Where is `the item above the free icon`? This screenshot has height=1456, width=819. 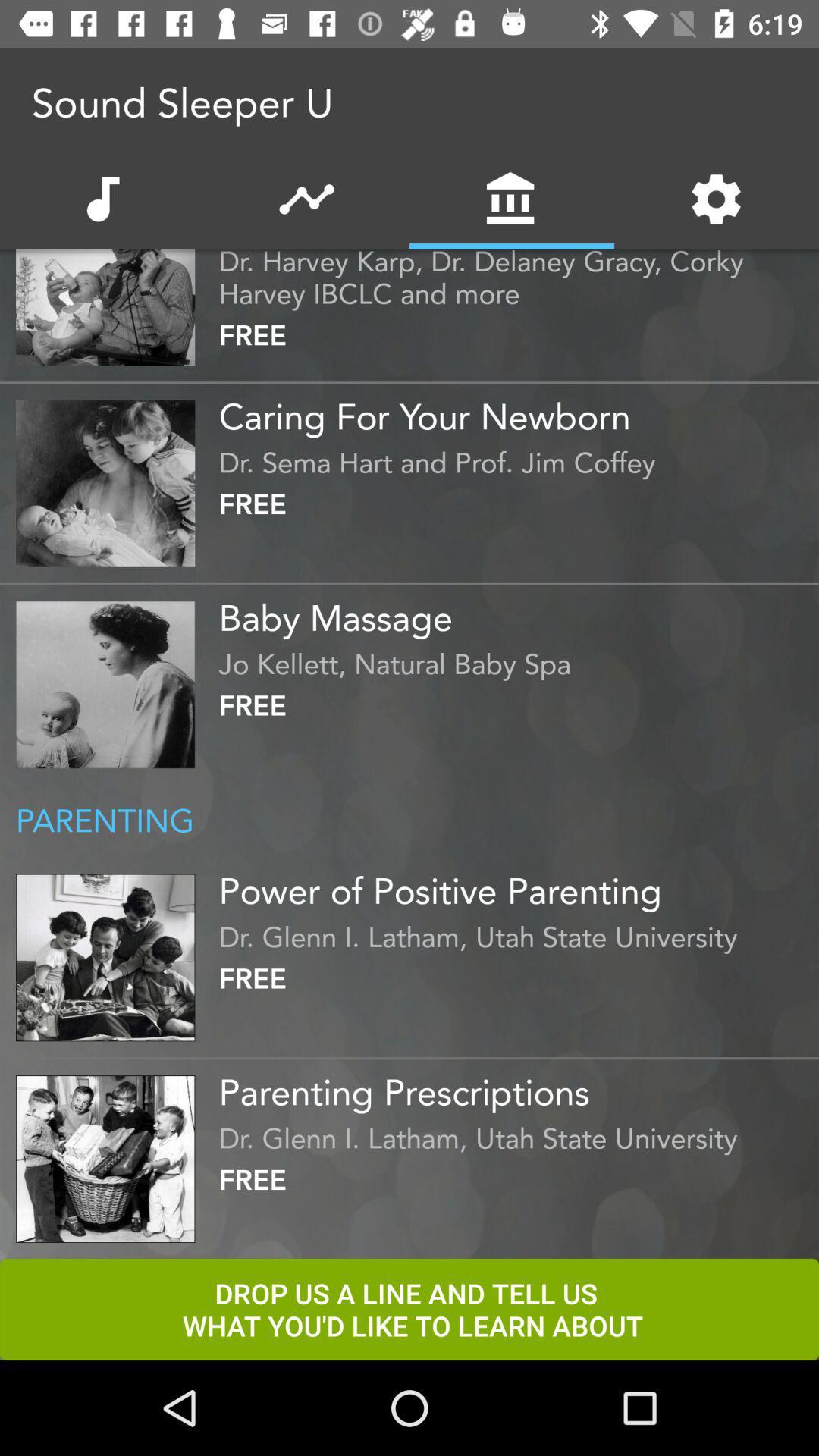 the item above the free icon is located at coordinates (514, 660).